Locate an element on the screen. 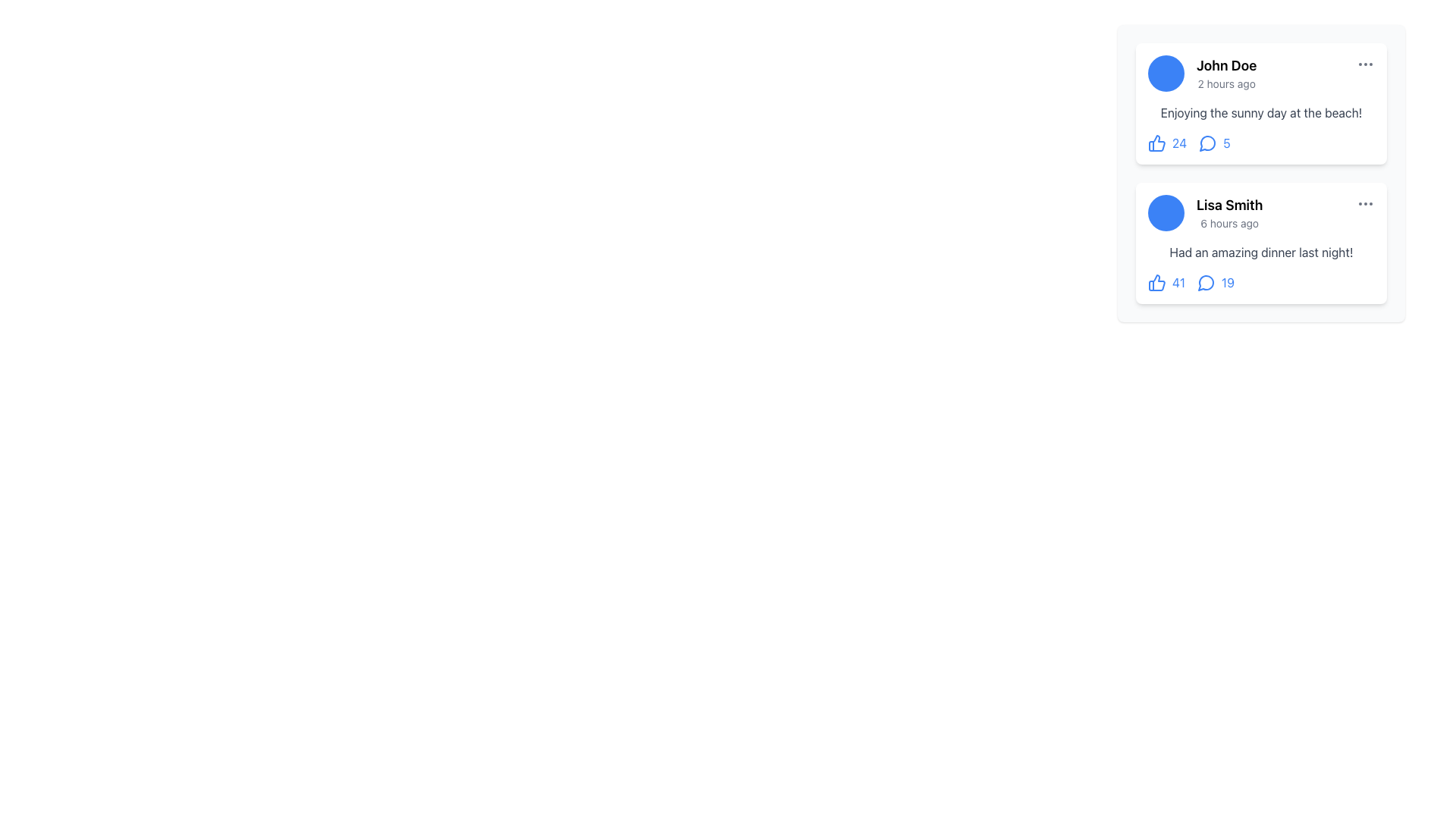 Image resolution: width=1456 pixels, height=819 pixels. the three-dot icon (ellipsis) in the top-right corner of John Doe's post card to change its color is located at coordinates (1365, 63).